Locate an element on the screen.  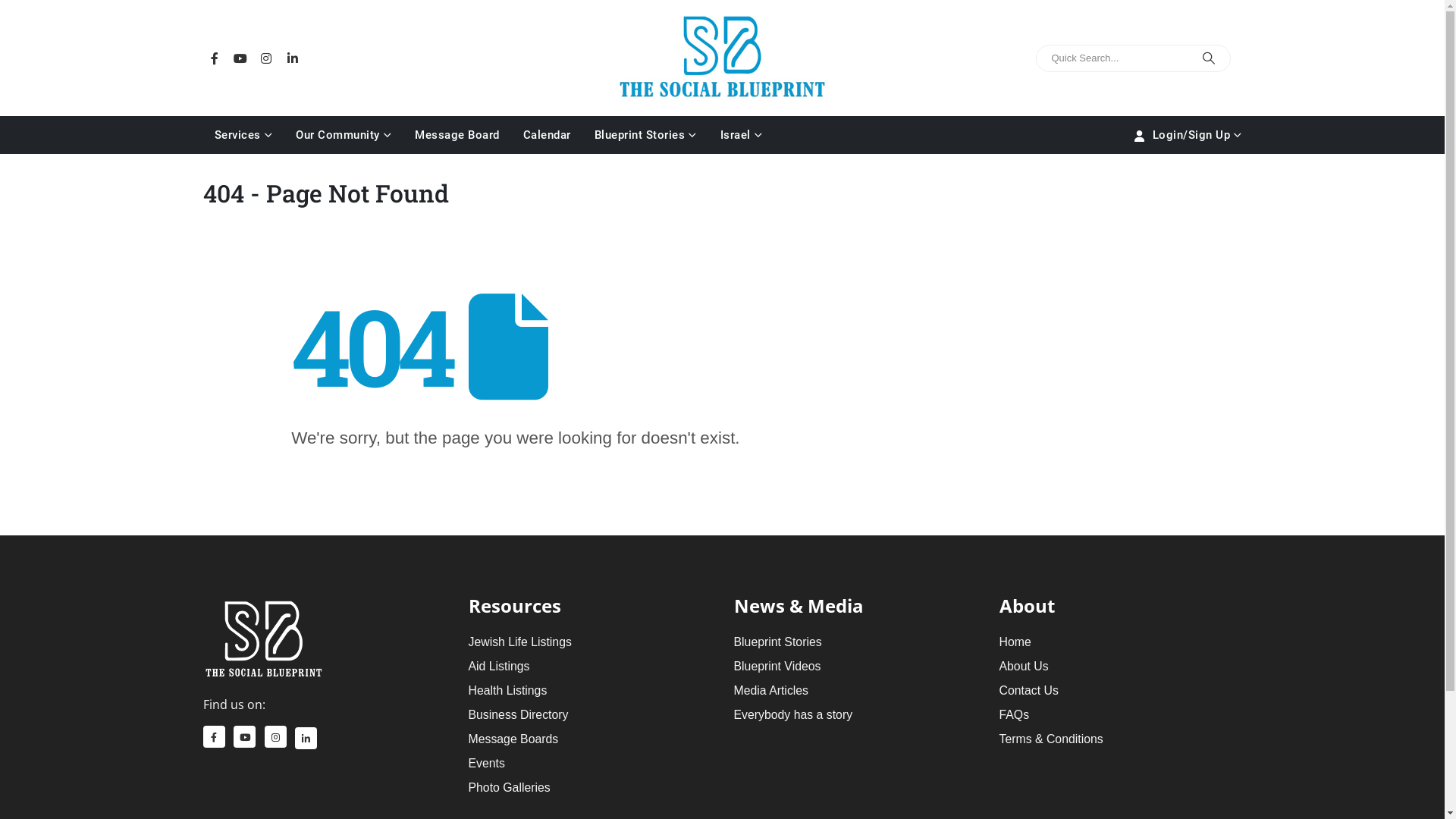
'Instagram' is located at coordinates (275, 736).